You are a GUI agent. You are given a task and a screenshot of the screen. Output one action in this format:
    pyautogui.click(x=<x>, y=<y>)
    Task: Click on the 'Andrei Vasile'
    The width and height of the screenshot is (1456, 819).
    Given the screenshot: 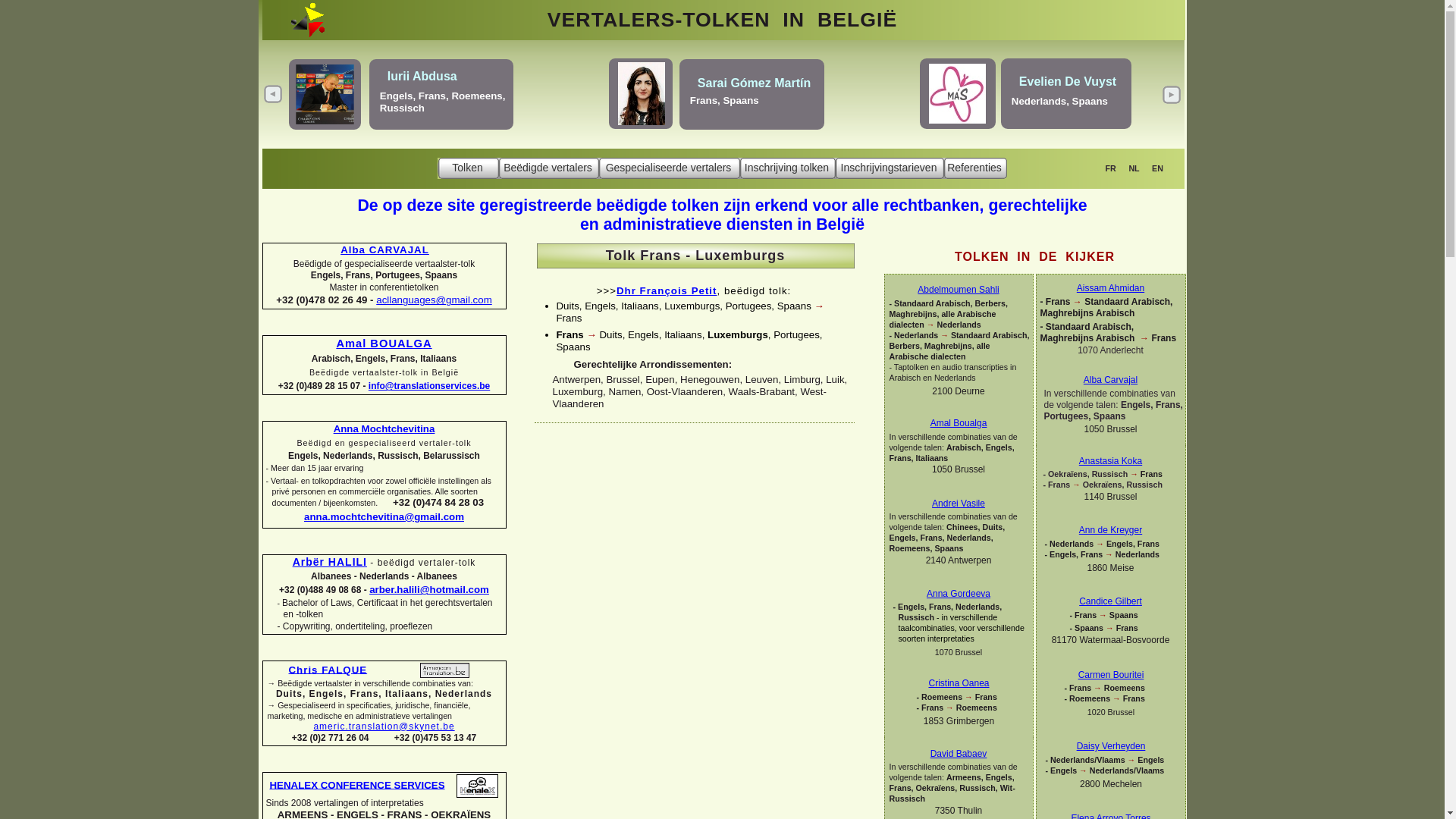 What is the action you would take?
    pyautogui.click(x=957, y=503)
    